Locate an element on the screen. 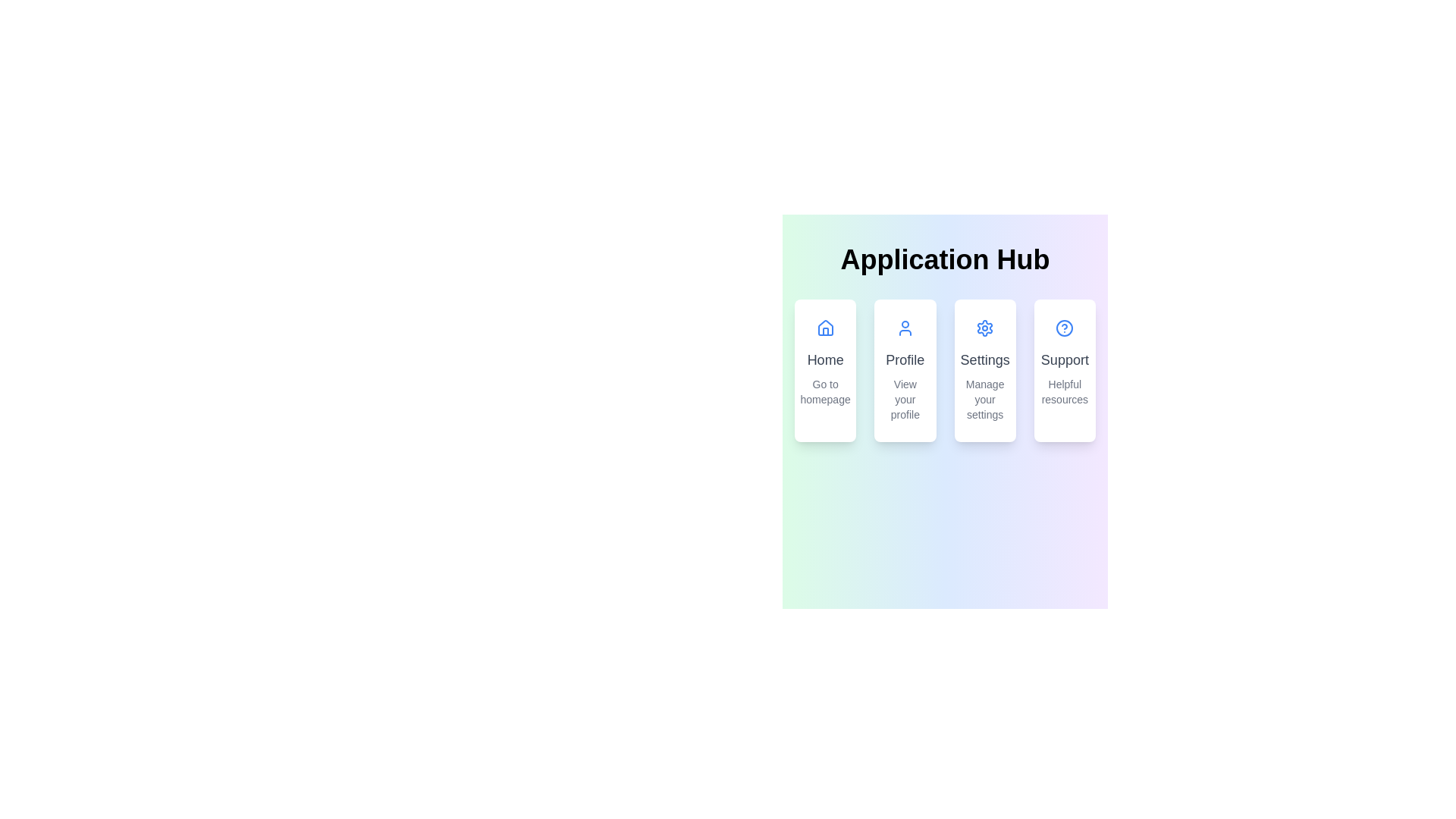 This screenshot has width=1456, height=819. text label displaying 'Profile' in bold, gray font, centered within its group, located on the second card in the navigation panel is located at coordinates (905, 359).